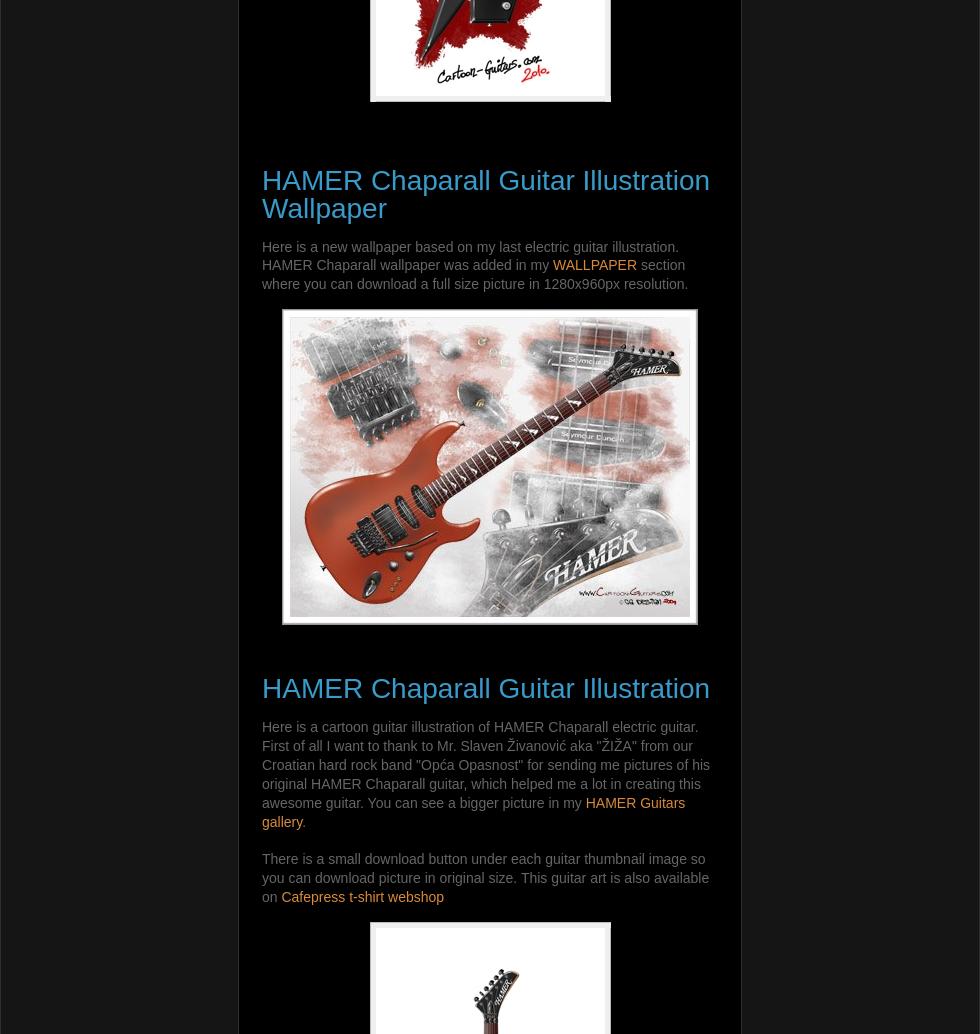 The height and width of the screenshot is (1034, 980). Describe the element at coordinates (261, 688) in the screenshot. I see `'HAMER Chaparall Guitar Illustration'` at that location.